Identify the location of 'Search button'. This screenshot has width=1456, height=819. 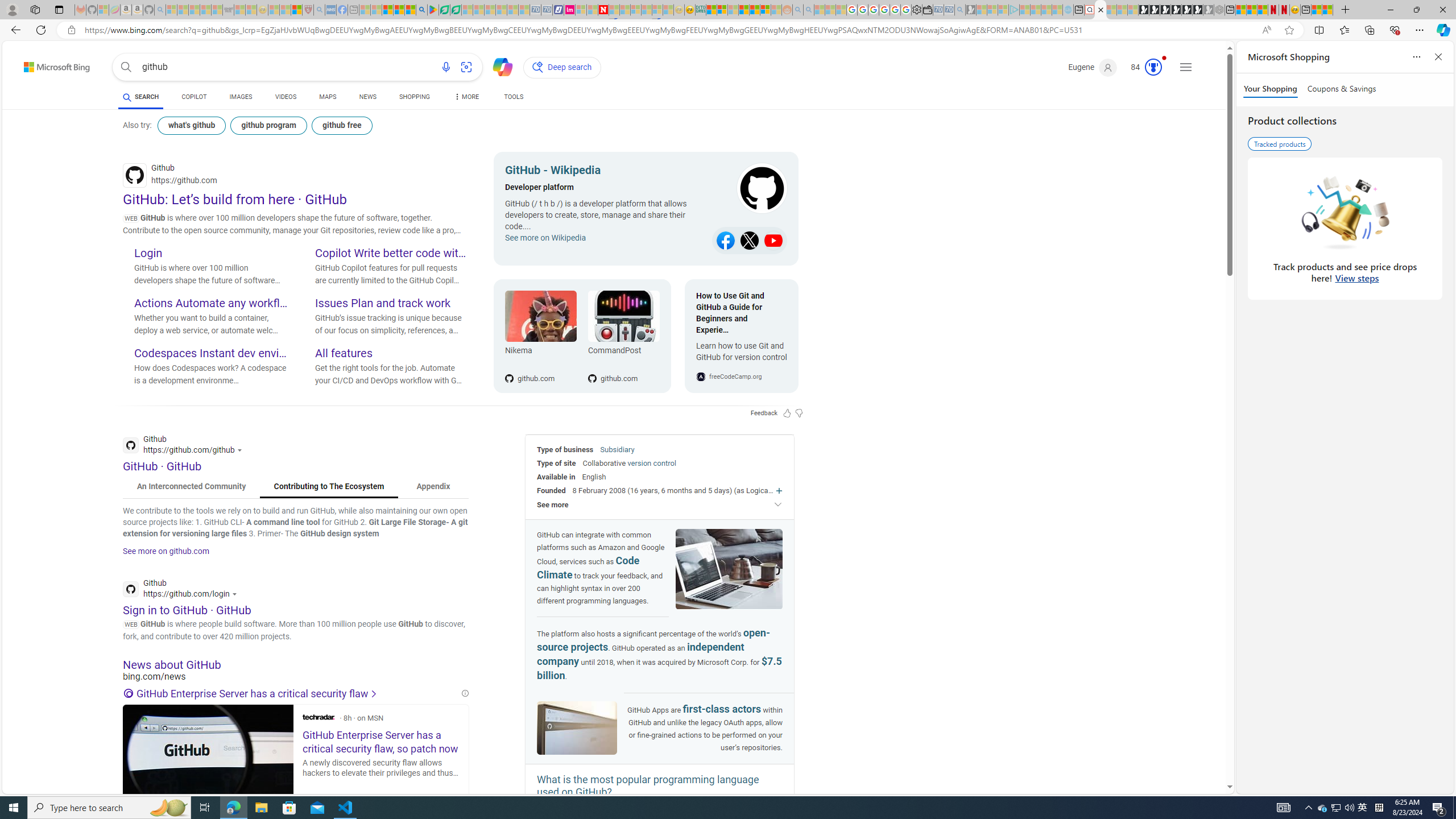
(126, 67).